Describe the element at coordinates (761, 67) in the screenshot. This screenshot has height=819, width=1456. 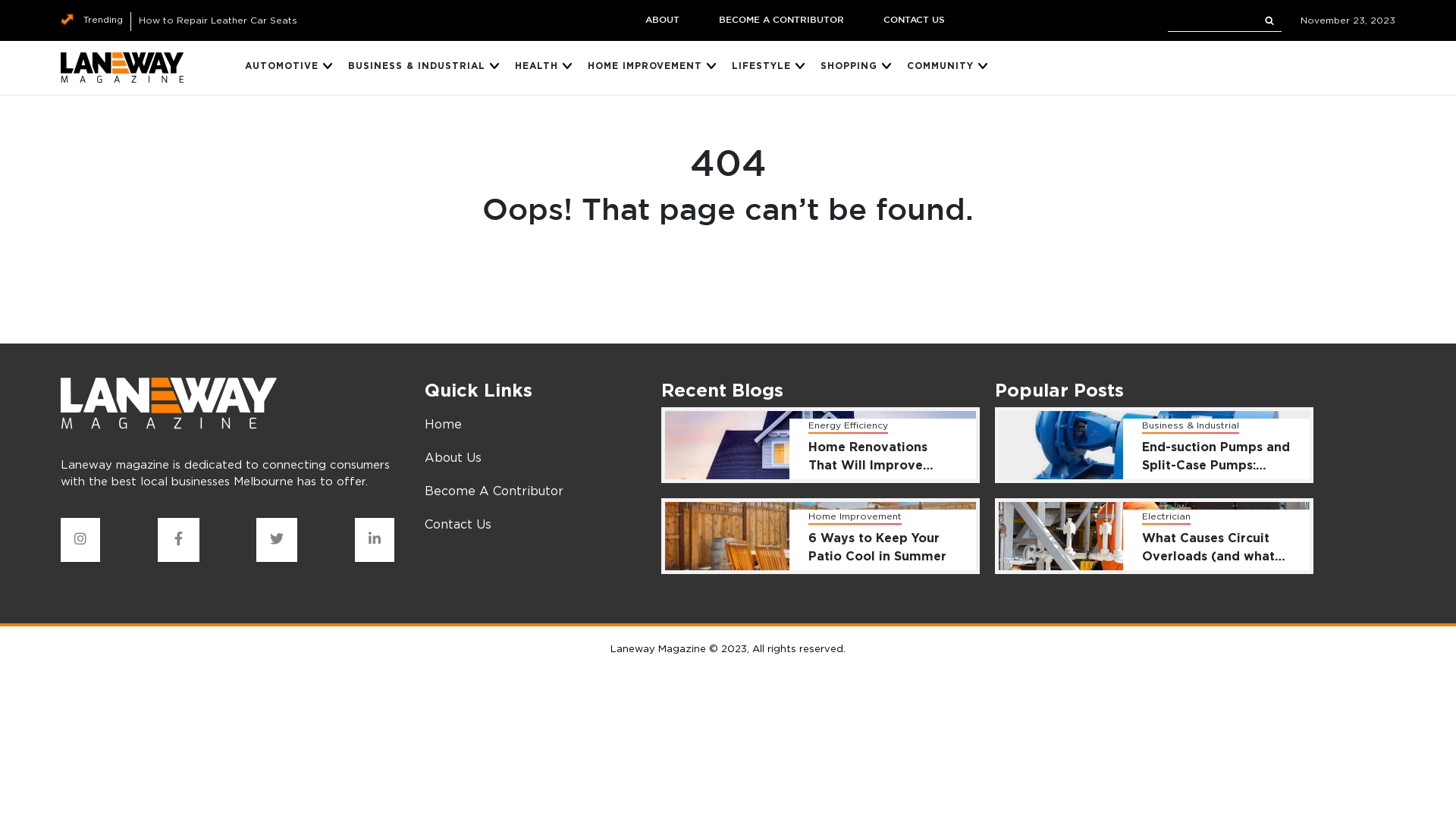
I see `'LIFESTYLE'` at that location.